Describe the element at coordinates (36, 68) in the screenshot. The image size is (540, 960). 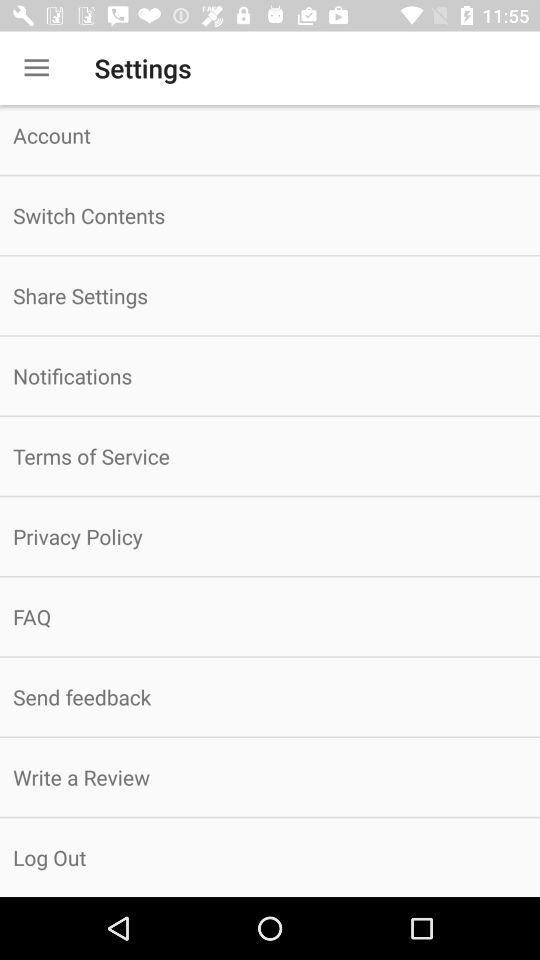
I see `icon above account` at that location.